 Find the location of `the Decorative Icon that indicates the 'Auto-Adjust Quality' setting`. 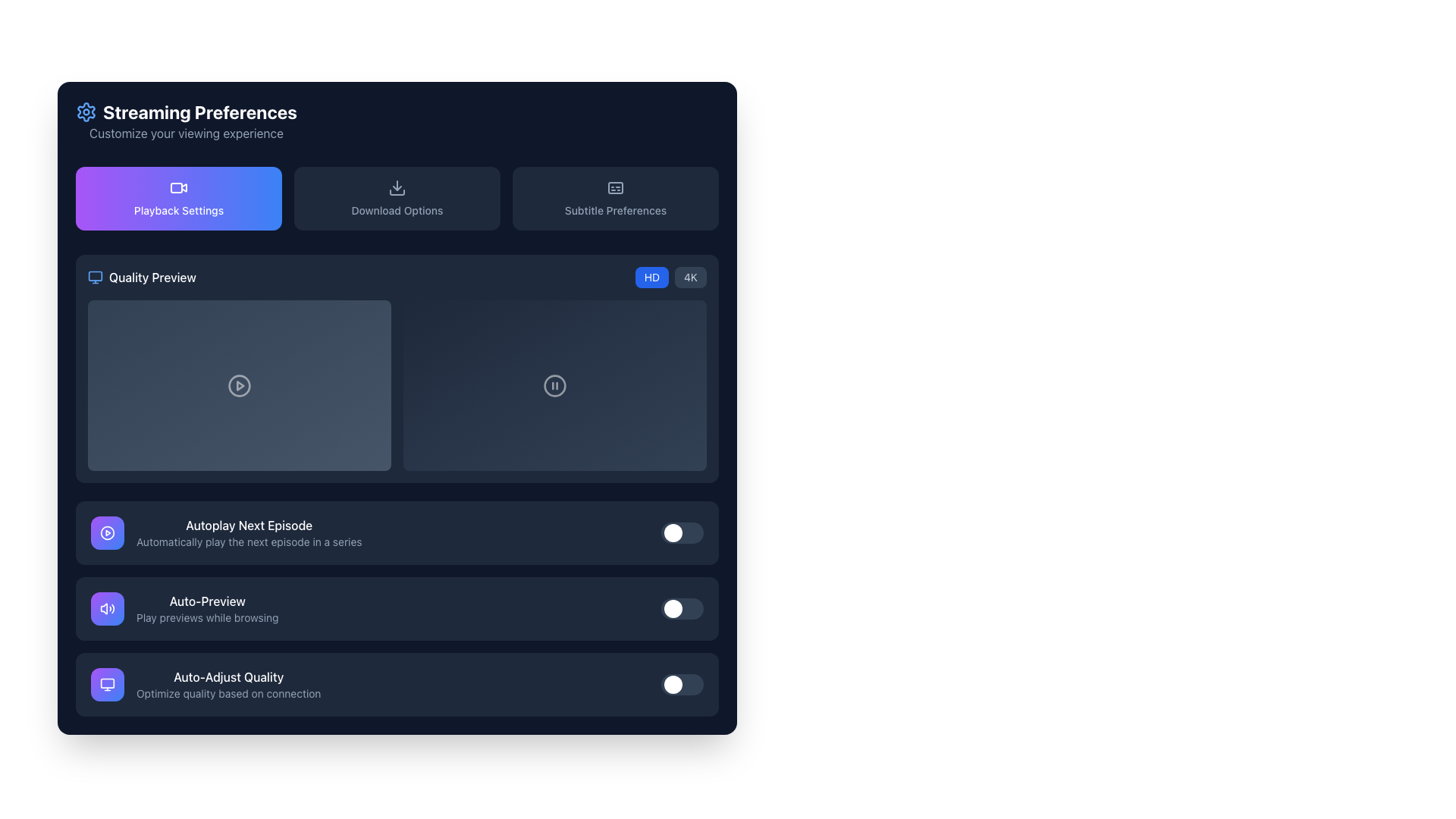

the Decorative Icon that indicates the 'Auto-Adjust Quality' setting is located at coordinates (107, 684).